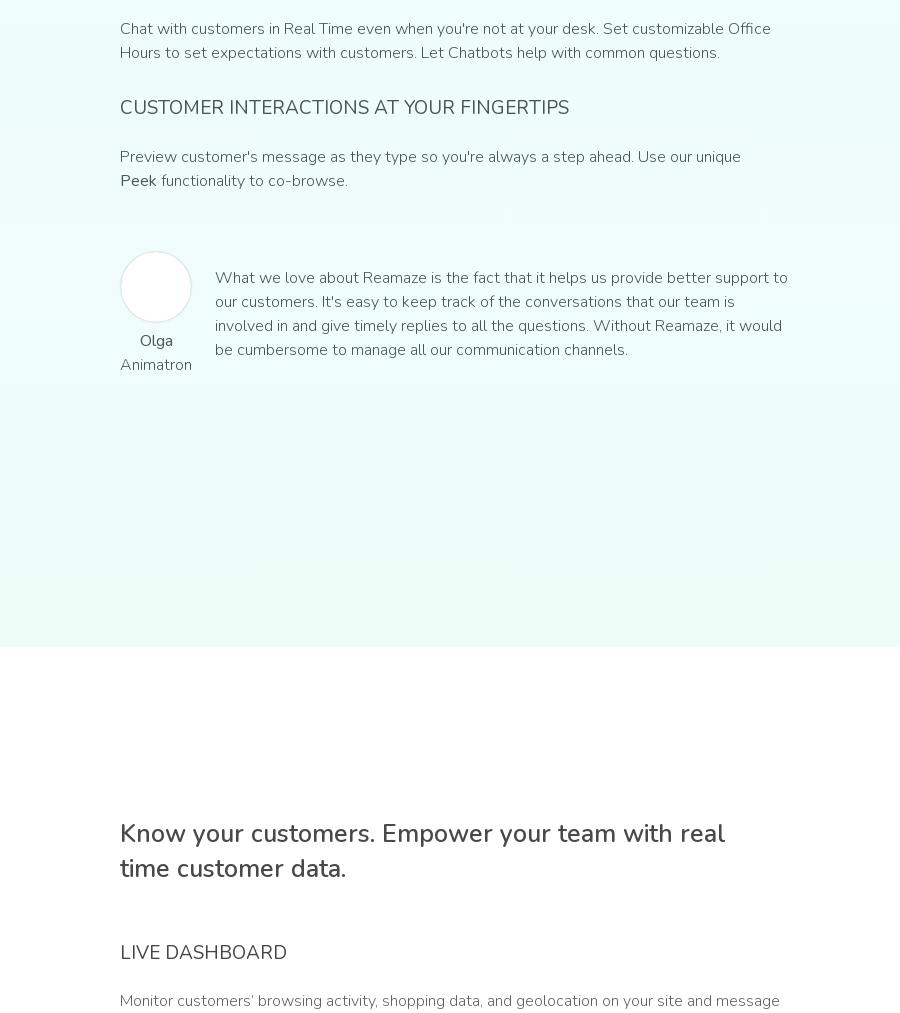 Image resolution: width=900 pixels, height=1013 pixels. Describe the element at coordinates (251, 180) in the screenshot. I see `'functionality to co-browse.'` at that location.